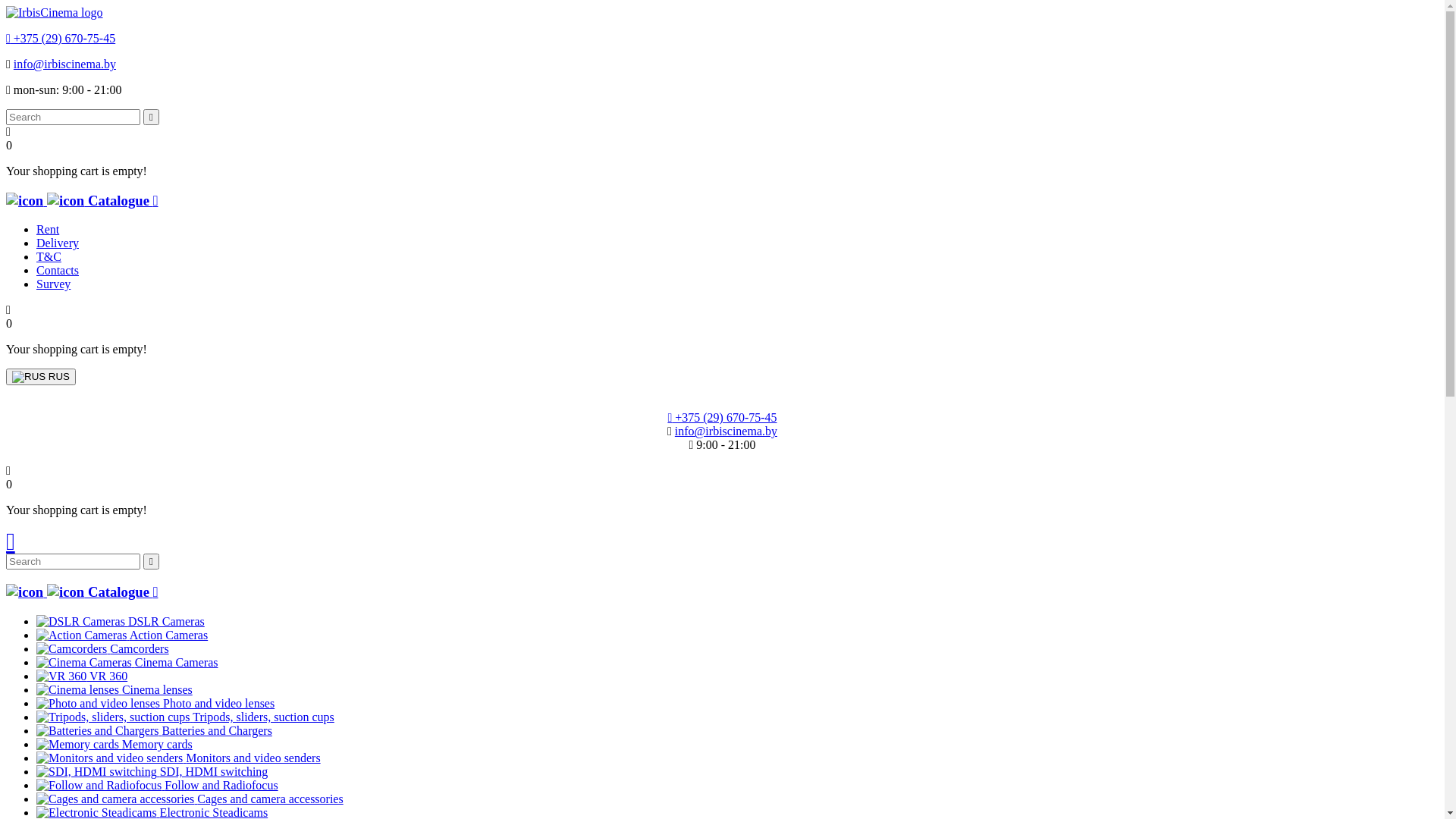 This screenshot has width=1456, height=819. What do you see at coordinates (61, 675) in the screenshot?
I see `'VR 360'` at bounding box center [61, 675].